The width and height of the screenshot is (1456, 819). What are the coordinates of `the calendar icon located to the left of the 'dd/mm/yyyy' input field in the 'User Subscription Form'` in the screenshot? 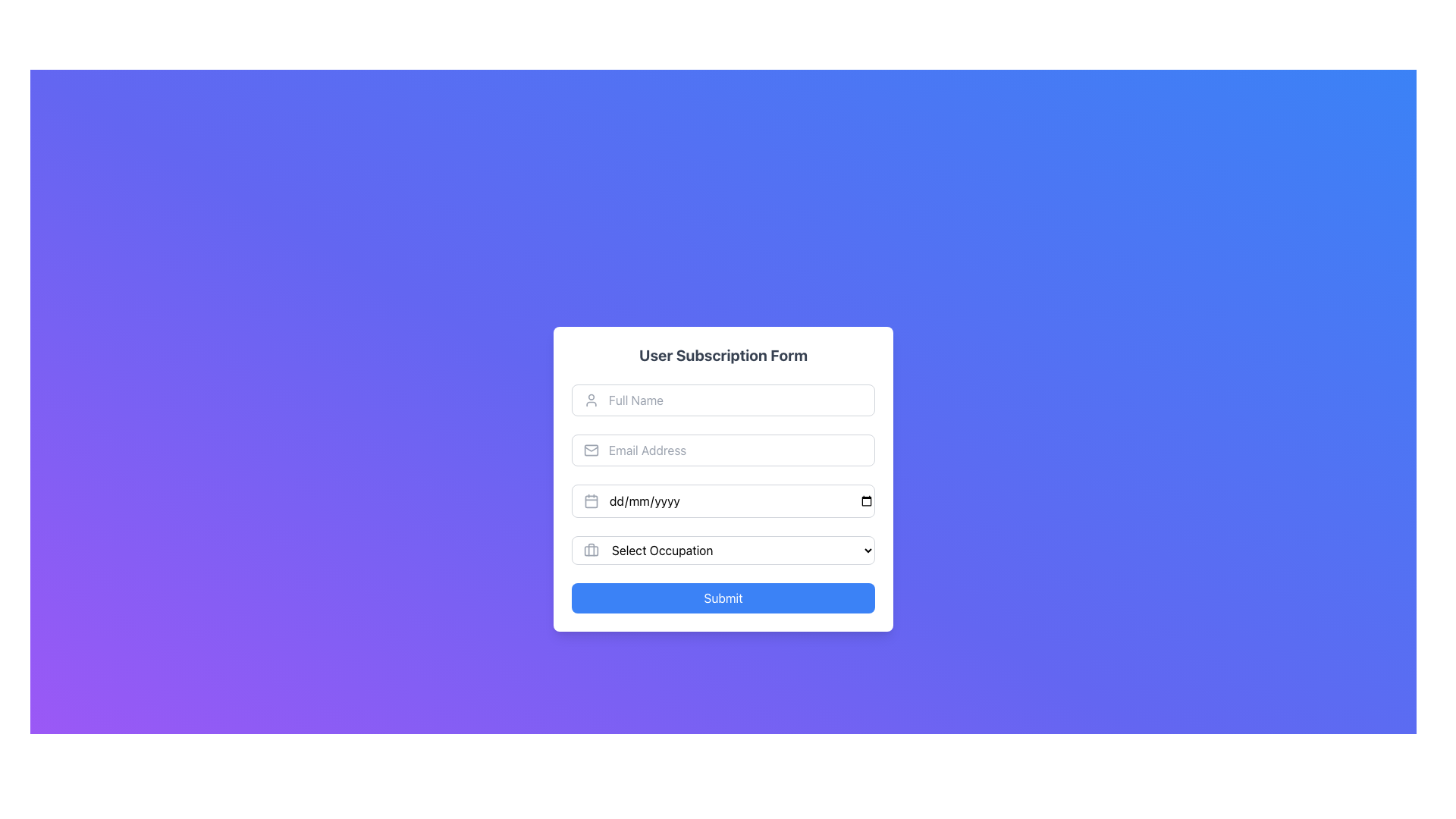 It's located at (590, 500).